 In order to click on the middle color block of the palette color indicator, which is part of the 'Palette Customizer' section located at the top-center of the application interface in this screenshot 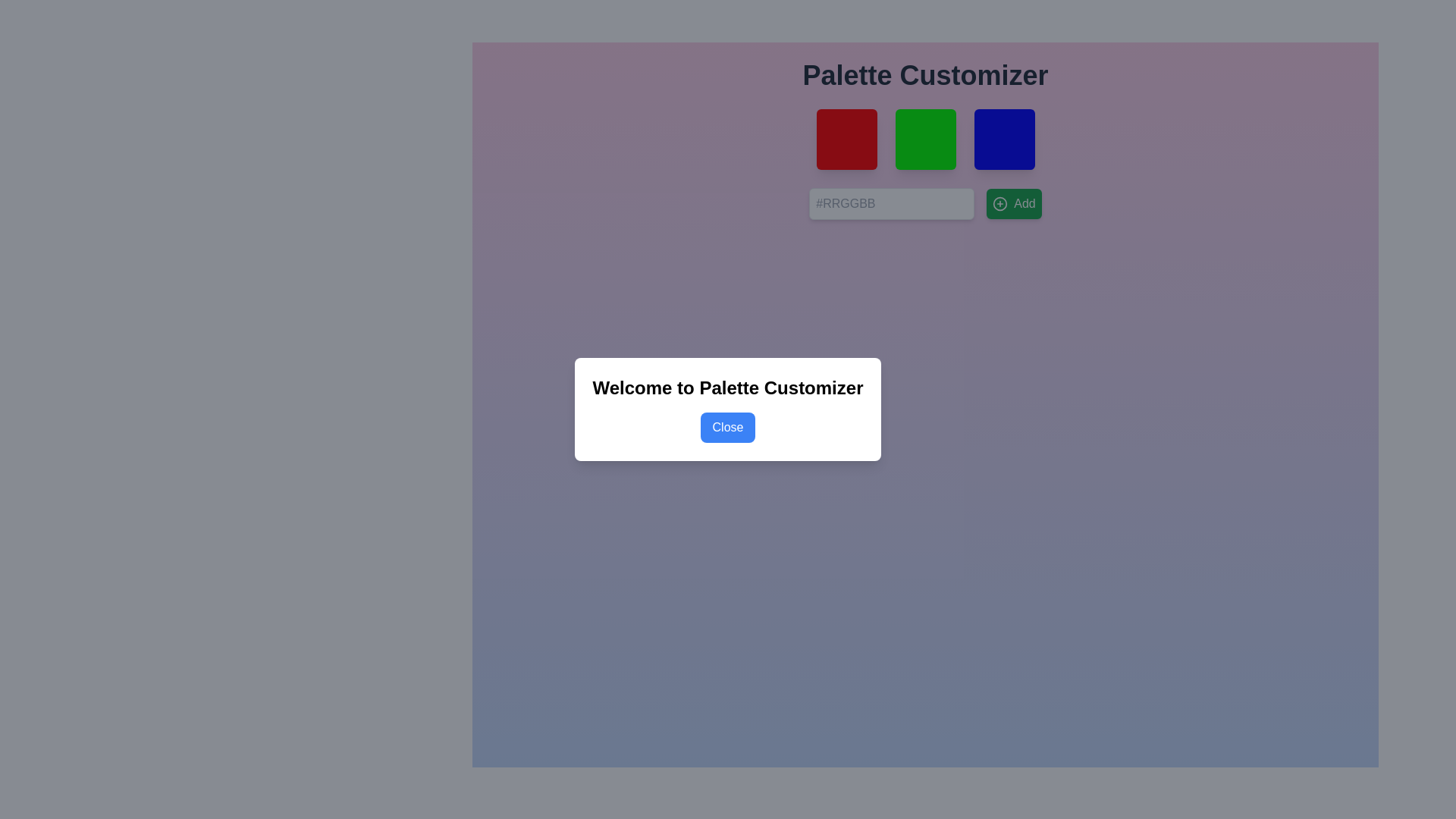, I will do `click(924, 140)`.